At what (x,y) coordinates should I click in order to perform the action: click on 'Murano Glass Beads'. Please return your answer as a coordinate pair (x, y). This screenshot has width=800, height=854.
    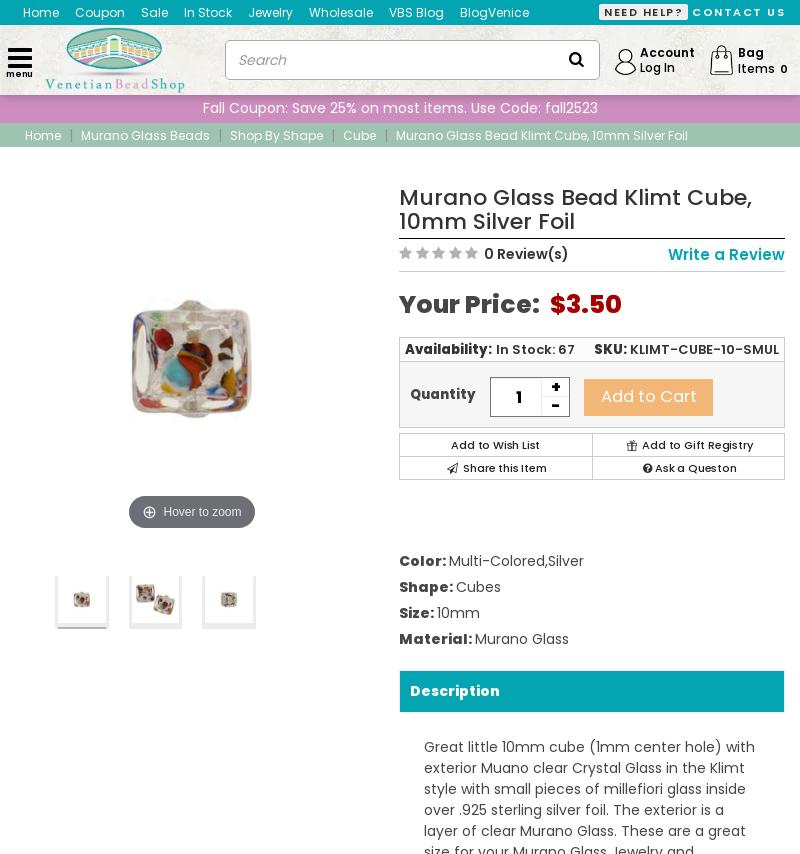
    Looking at the image, I should click on (145, 133).